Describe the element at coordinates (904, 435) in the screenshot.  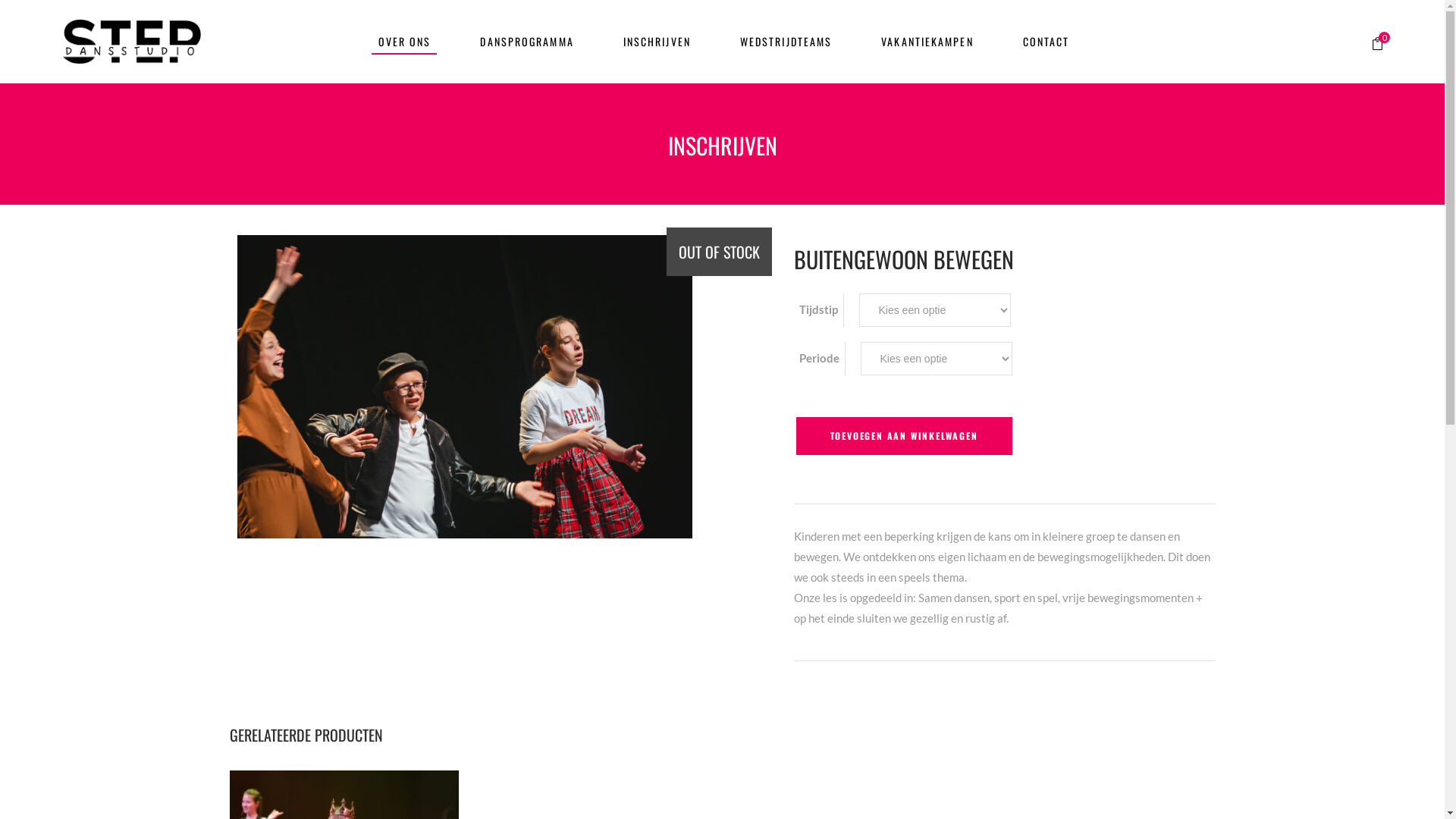
I see `'TOEVOEGEN AAN WINKELWAGEN'` at that location.